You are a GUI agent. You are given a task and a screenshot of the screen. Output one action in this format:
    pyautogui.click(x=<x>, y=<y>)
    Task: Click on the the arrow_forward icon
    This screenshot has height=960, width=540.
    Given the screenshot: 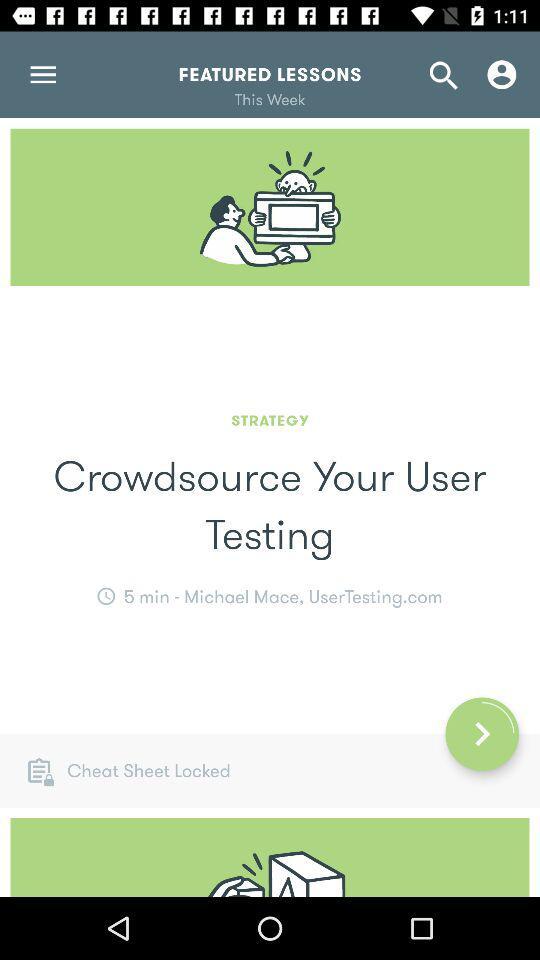 What is the action you would take?
    pyautogui.click(x=481, y=733)
    